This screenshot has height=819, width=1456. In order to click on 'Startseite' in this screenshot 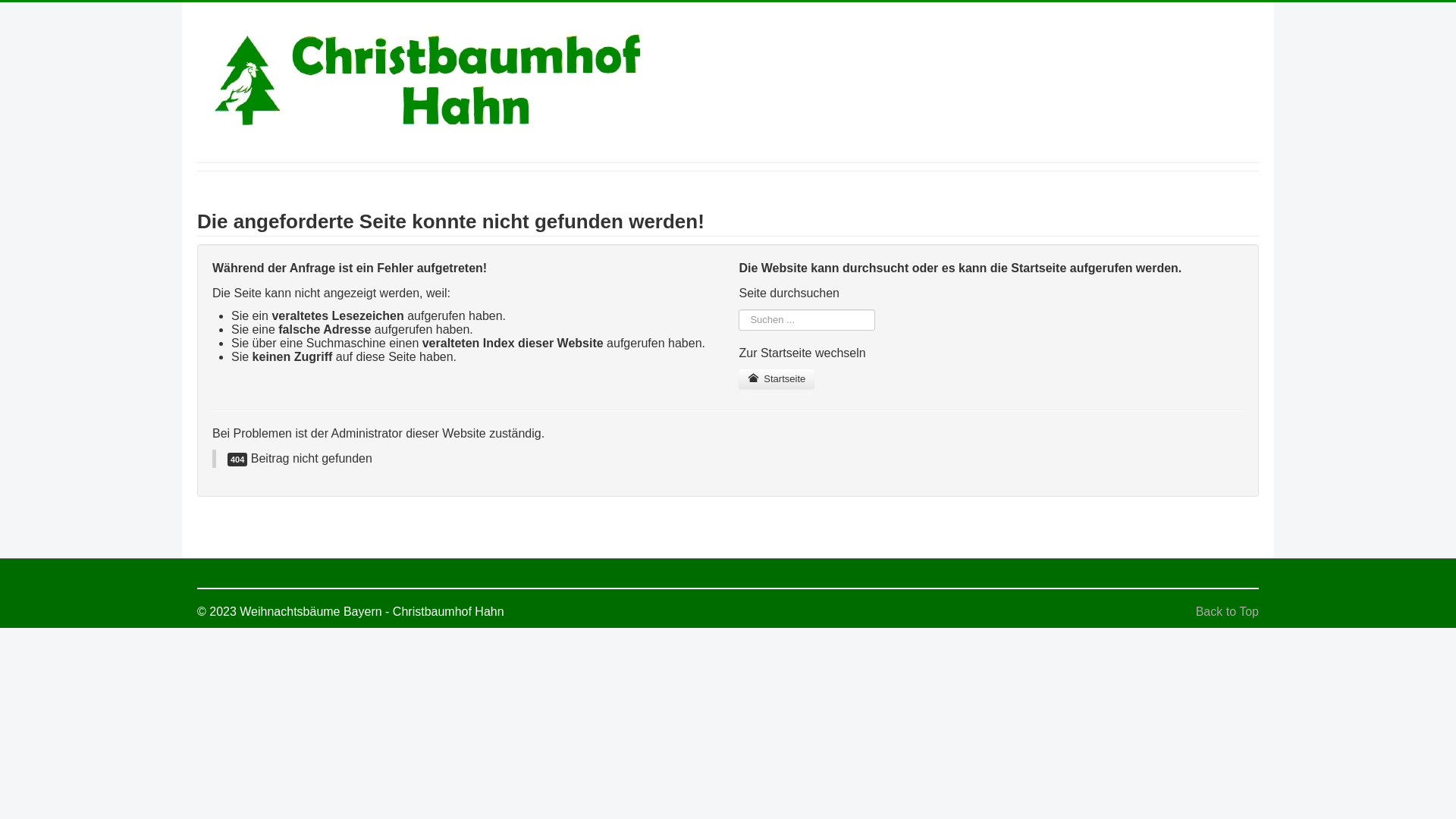, I will do `click(776, 378)`.